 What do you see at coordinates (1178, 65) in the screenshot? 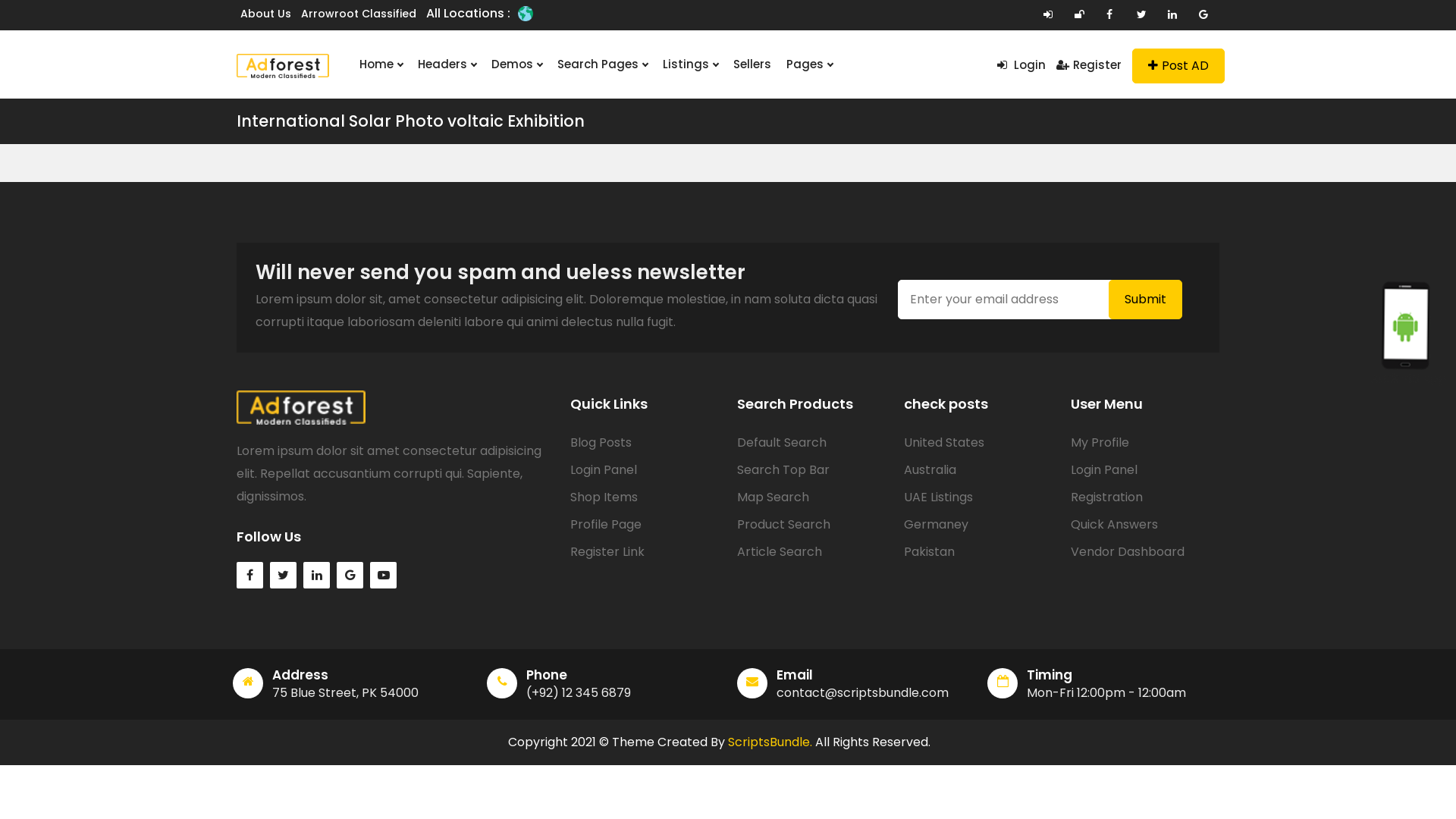
I see `'Post AD'` at bounding box center [1178, 65].